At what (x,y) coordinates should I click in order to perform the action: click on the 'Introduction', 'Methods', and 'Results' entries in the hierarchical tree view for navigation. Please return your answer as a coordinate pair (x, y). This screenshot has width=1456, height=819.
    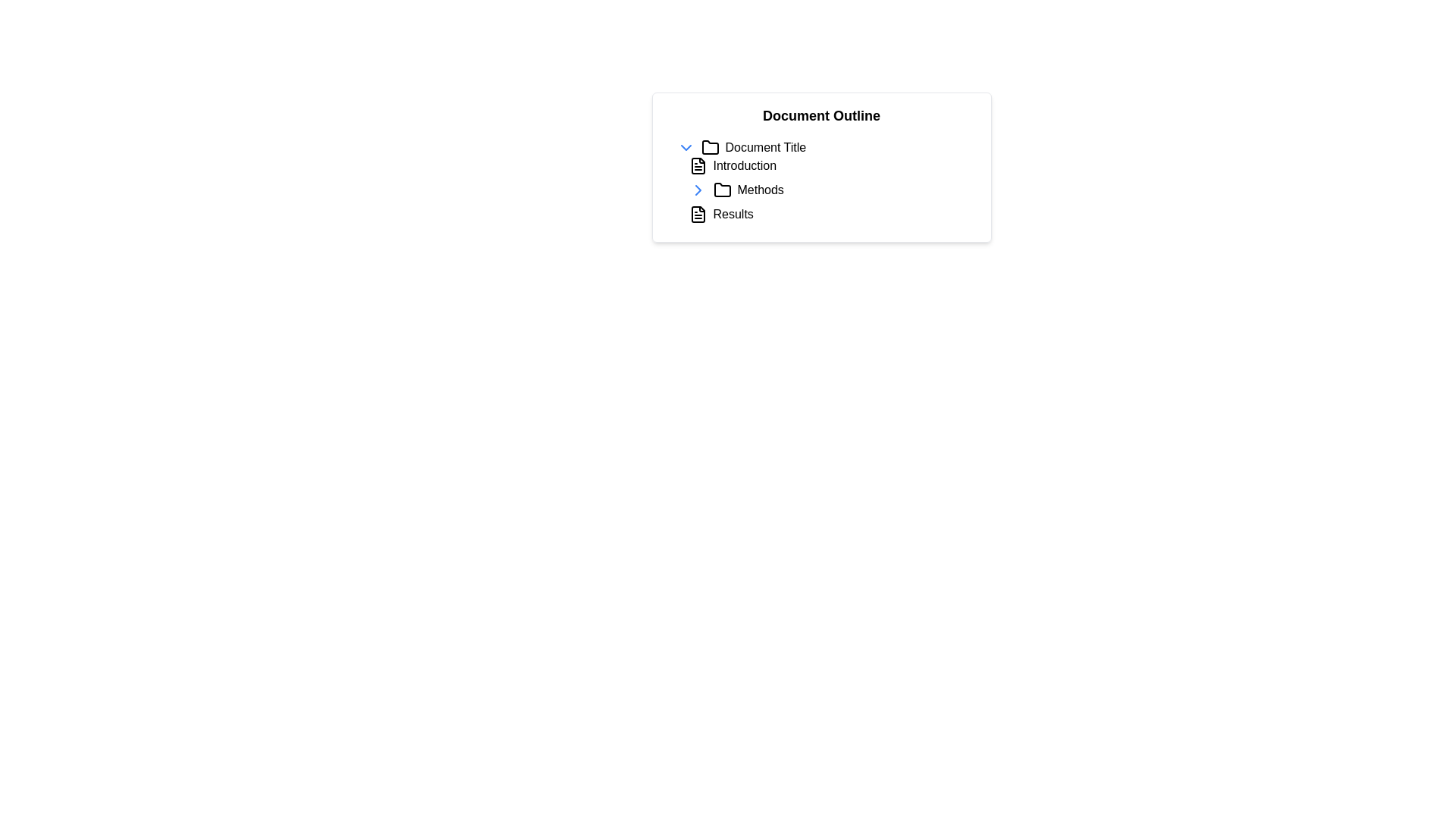
    Looking at the image, I should click on (827, 189).